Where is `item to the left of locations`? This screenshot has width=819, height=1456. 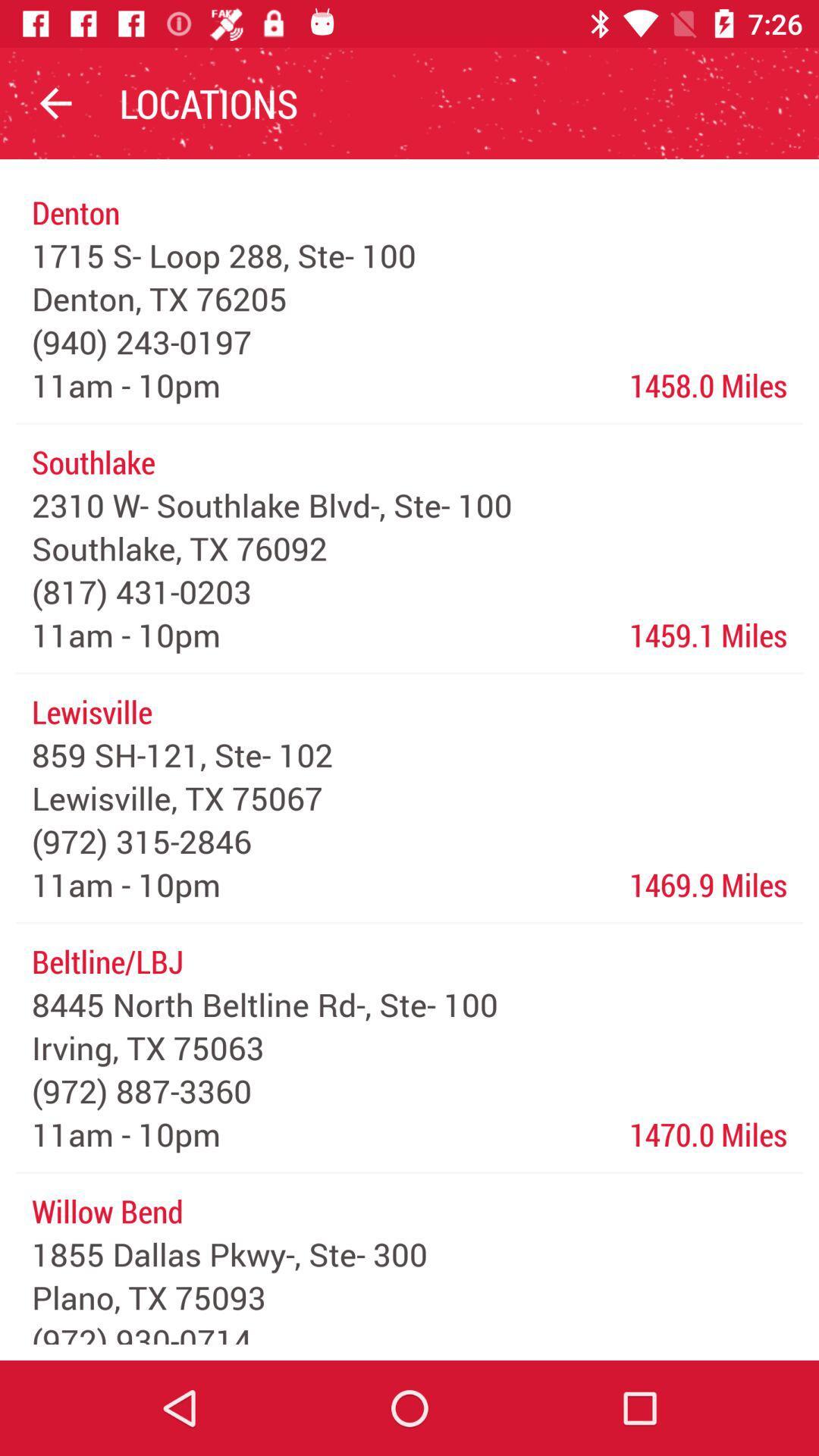 item to the left of locations is located at coordinates (55, 102).